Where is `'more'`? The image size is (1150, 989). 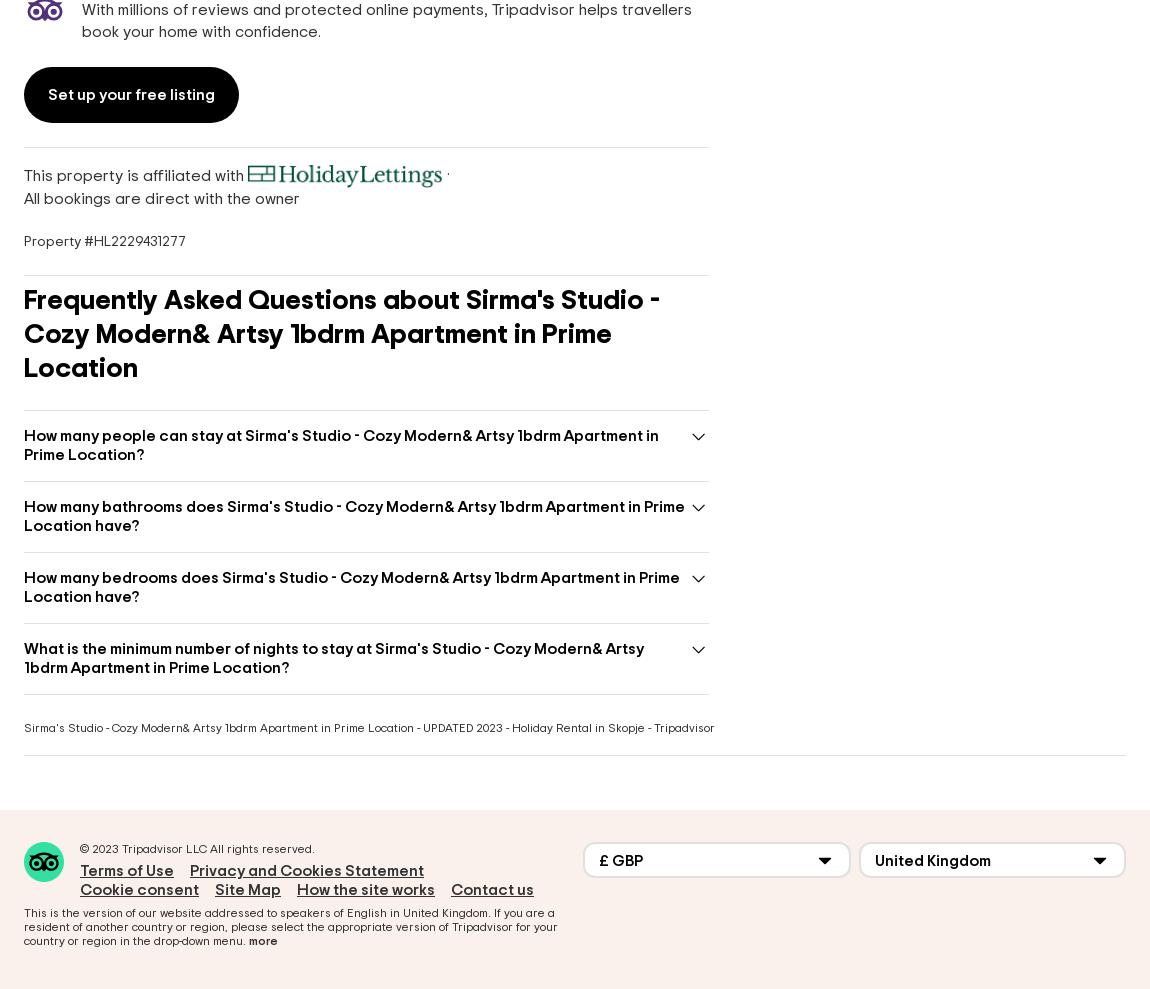 'more' is located at coordinates (262, 941).